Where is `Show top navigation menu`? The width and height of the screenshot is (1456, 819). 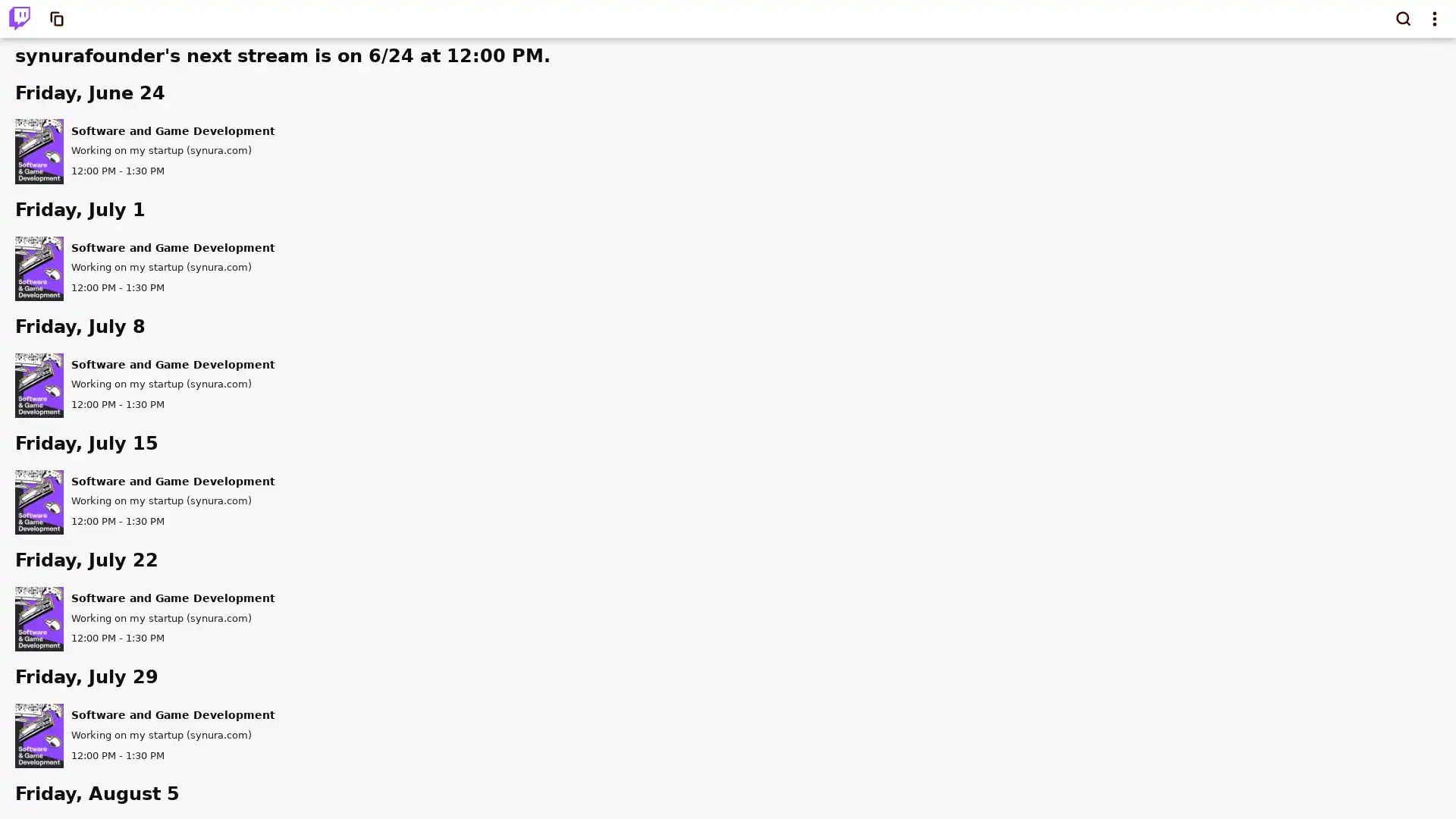
Show top navigation menu is located at coordinates (1433, 18).